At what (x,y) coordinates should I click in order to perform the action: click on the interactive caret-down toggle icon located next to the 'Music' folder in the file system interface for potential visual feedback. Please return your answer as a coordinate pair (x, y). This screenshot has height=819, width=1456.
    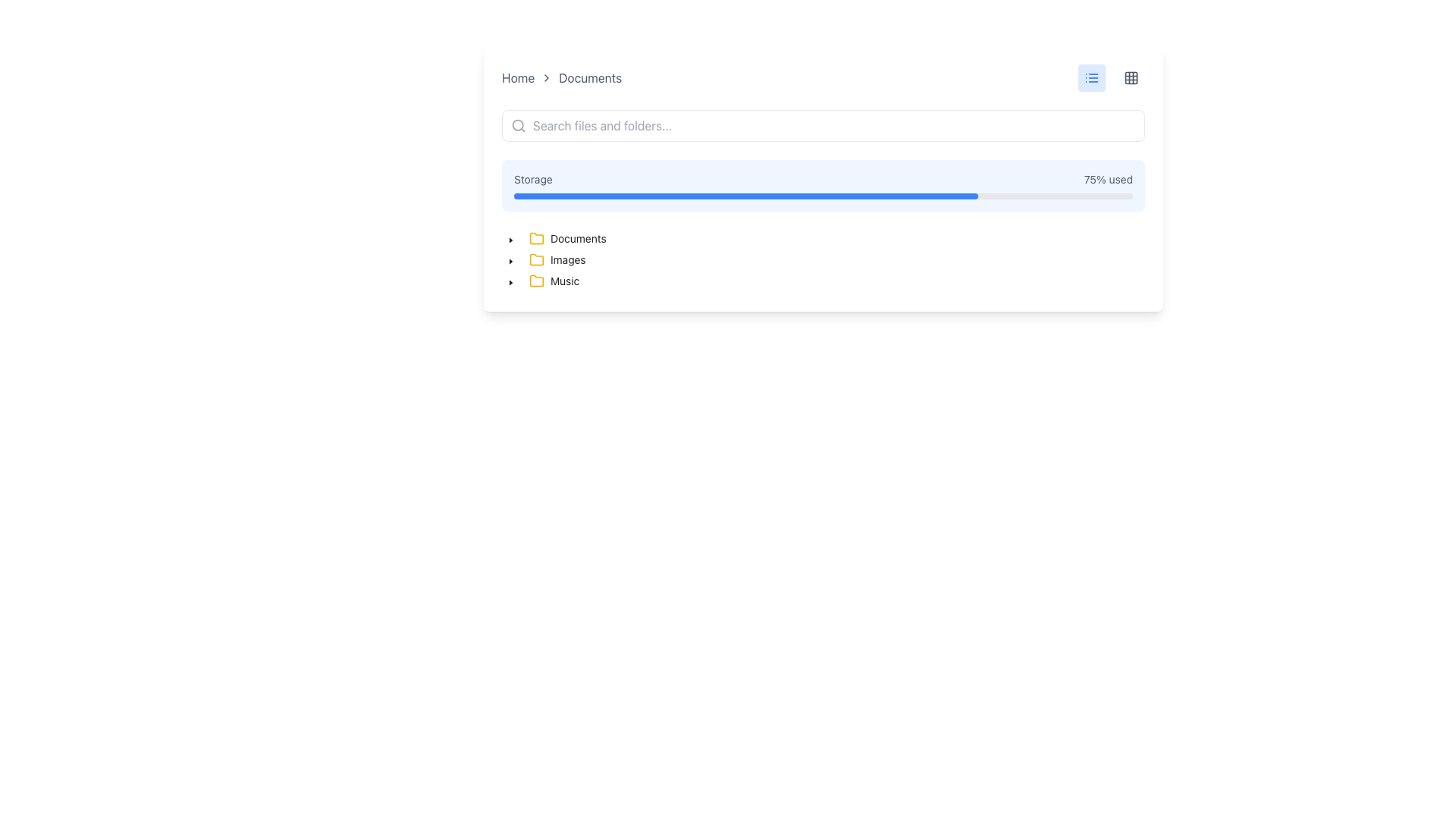
    Looking at the image, I should click on (510, 283).